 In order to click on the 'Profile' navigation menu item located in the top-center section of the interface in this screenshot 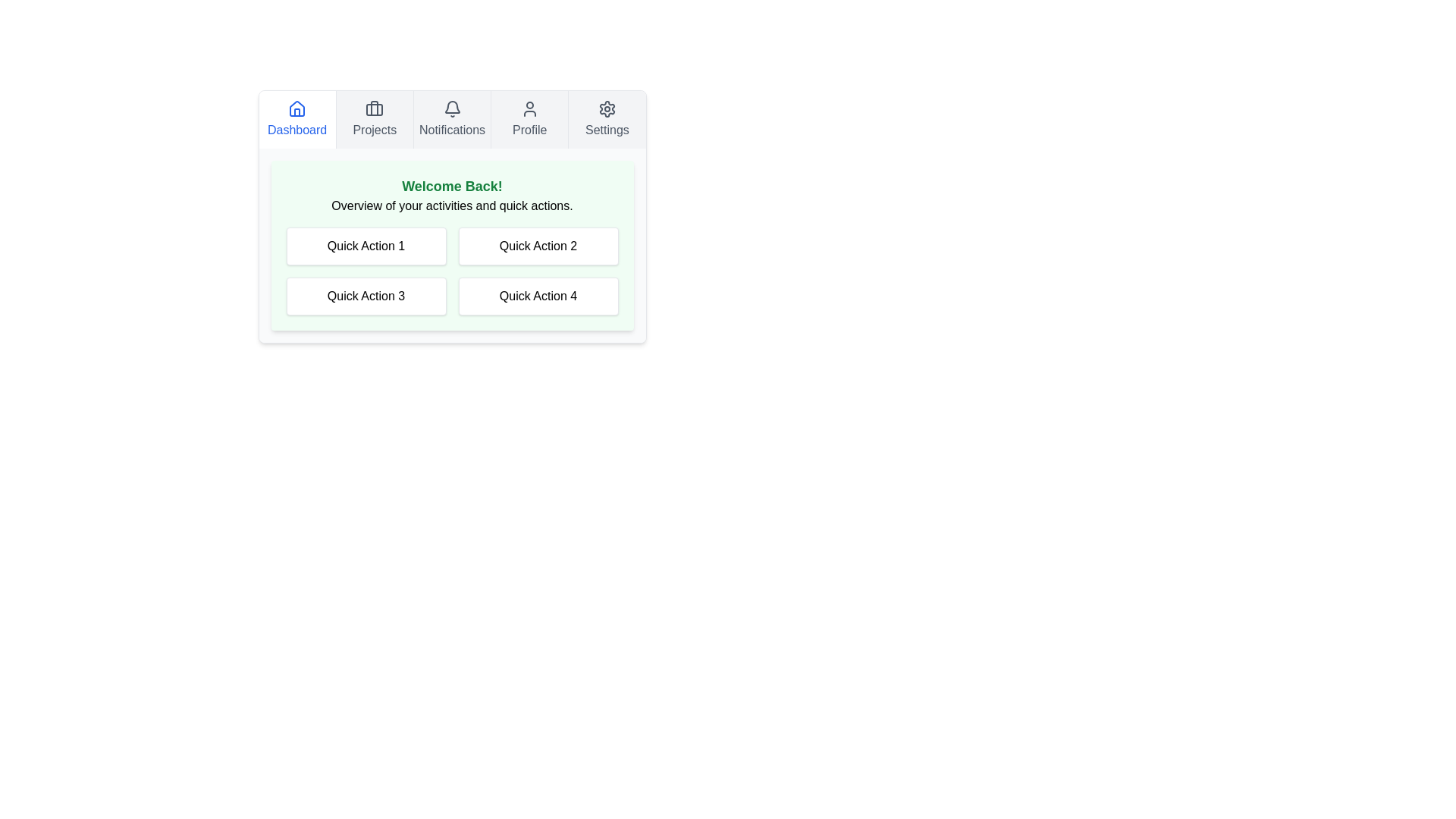, I will do `click(529, 119)`.